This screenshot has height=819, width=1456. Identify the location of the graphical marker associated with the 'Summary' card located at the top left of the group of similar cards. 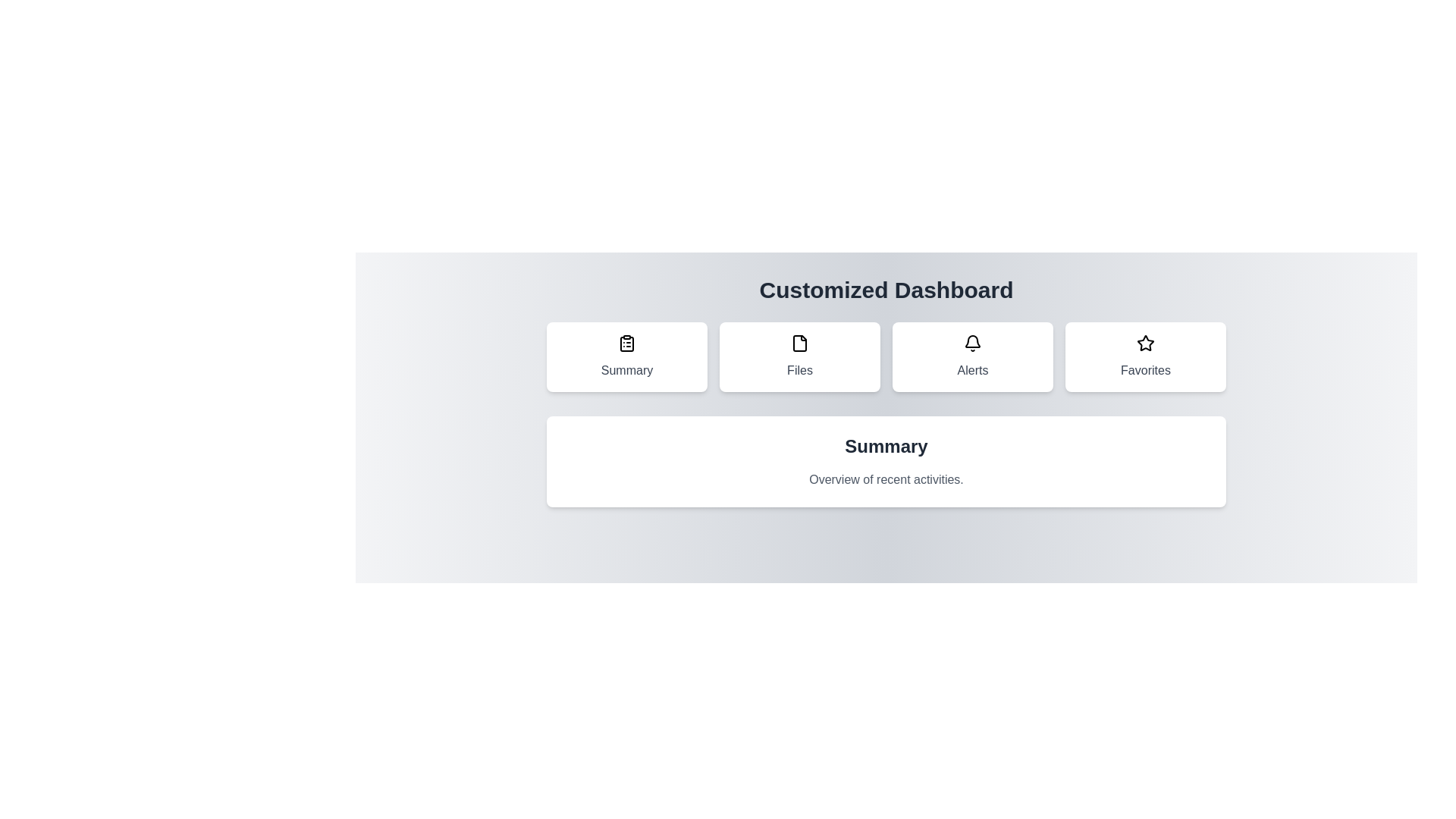
(626, 343).